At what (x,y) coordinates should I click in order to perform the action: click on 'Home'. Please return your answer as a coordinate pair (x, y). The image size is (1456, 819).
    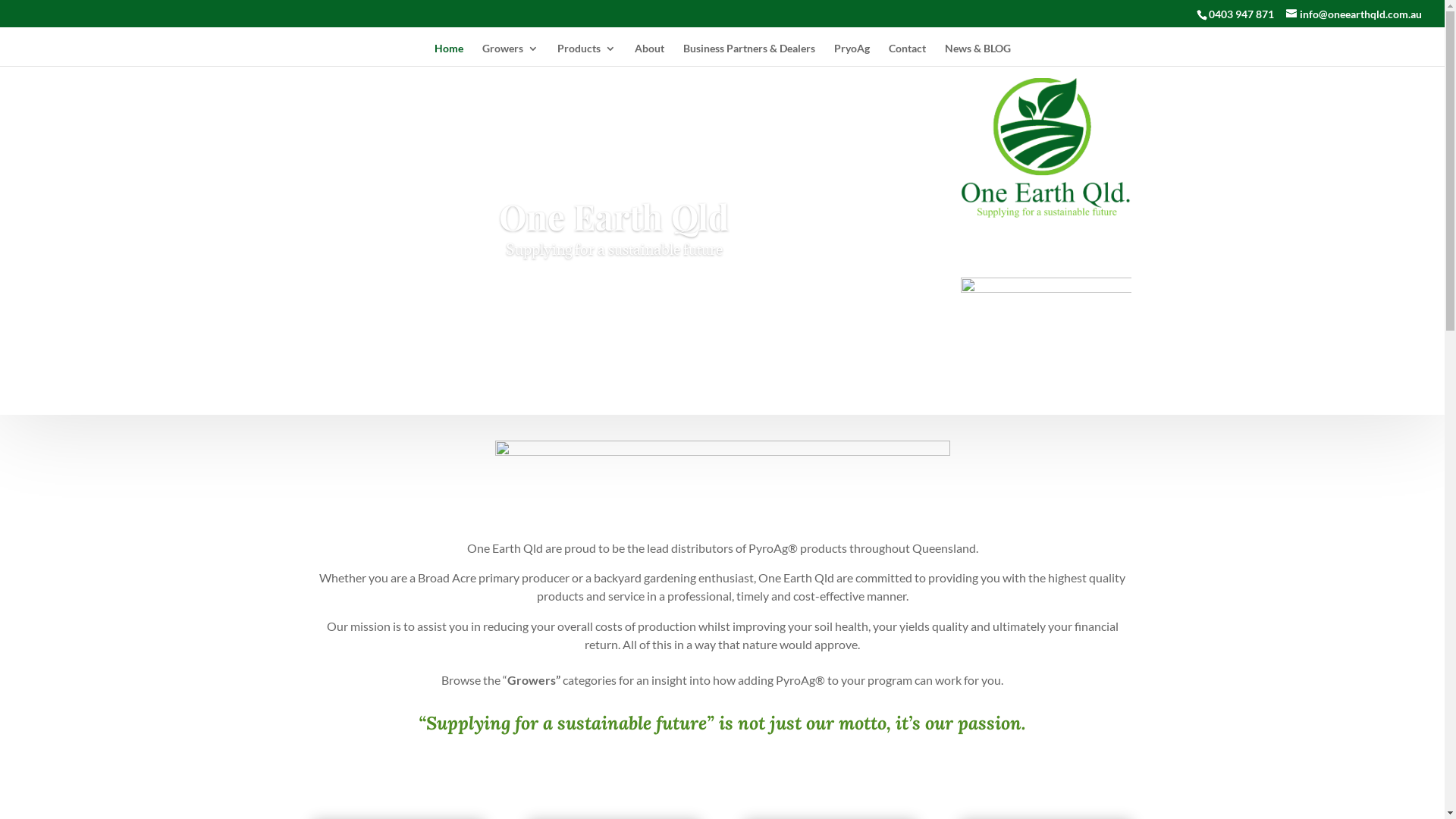
    Looking at the image, I should click on (447, 54).